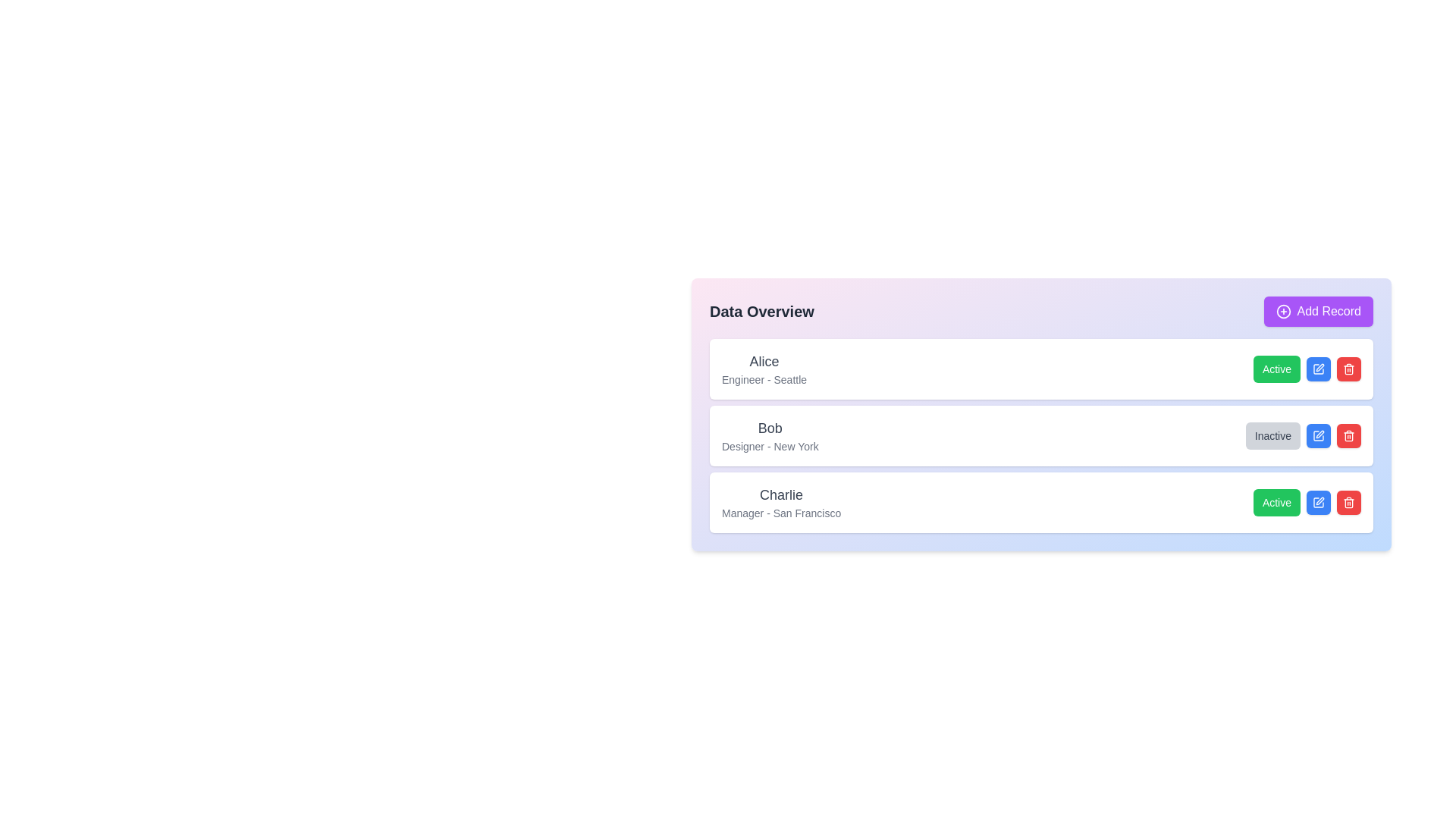 The width and height of the screenshot is (1456, 819). I want to click on the circular icon with a plus sign in the center, which is located inside the purple 'Add Record' button at the top-right corner of the panel, so click(1282, 311).